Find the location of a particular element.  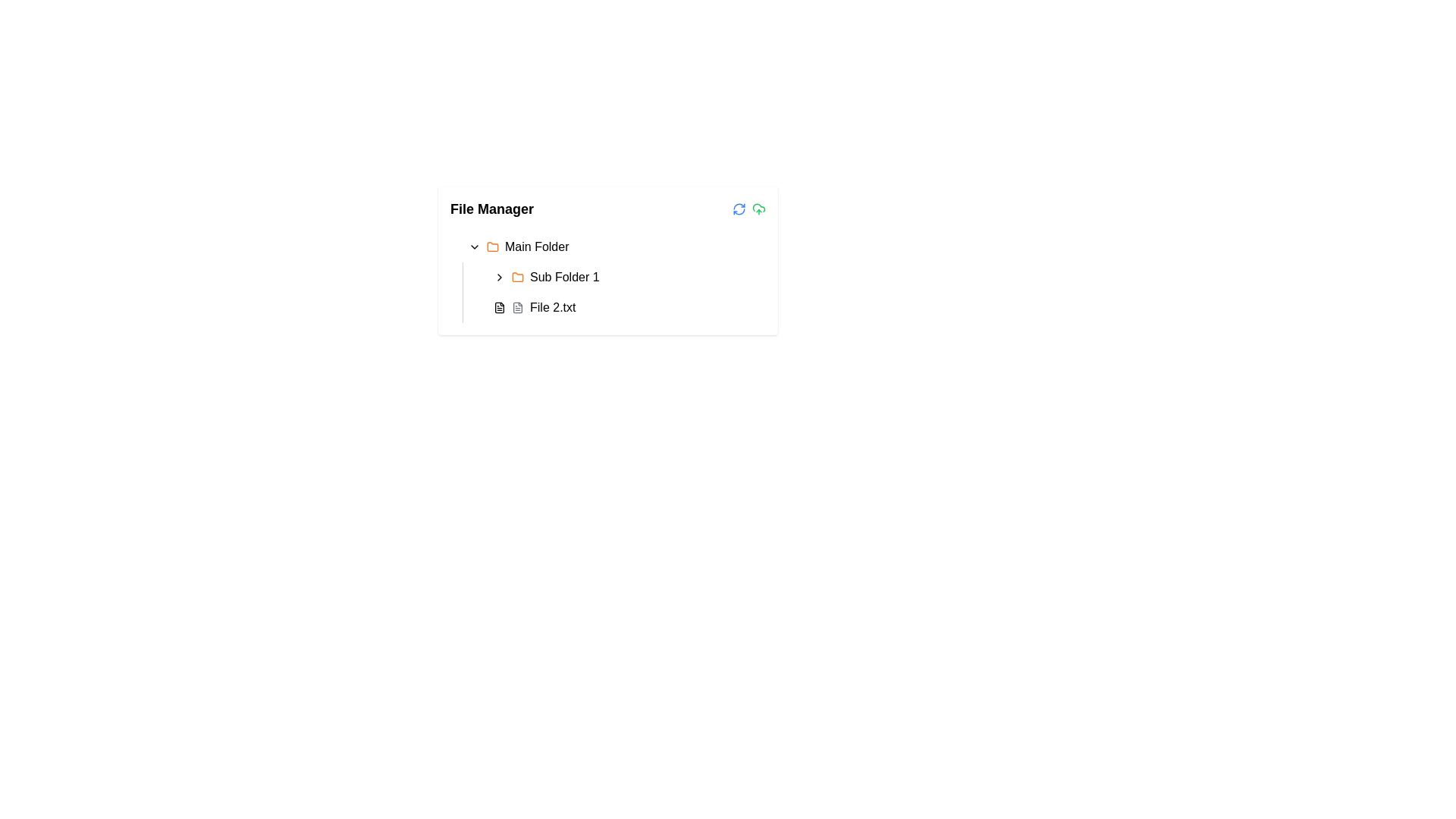

the 'Sub Folder 1' folder item is located at coordinates (620, 292).